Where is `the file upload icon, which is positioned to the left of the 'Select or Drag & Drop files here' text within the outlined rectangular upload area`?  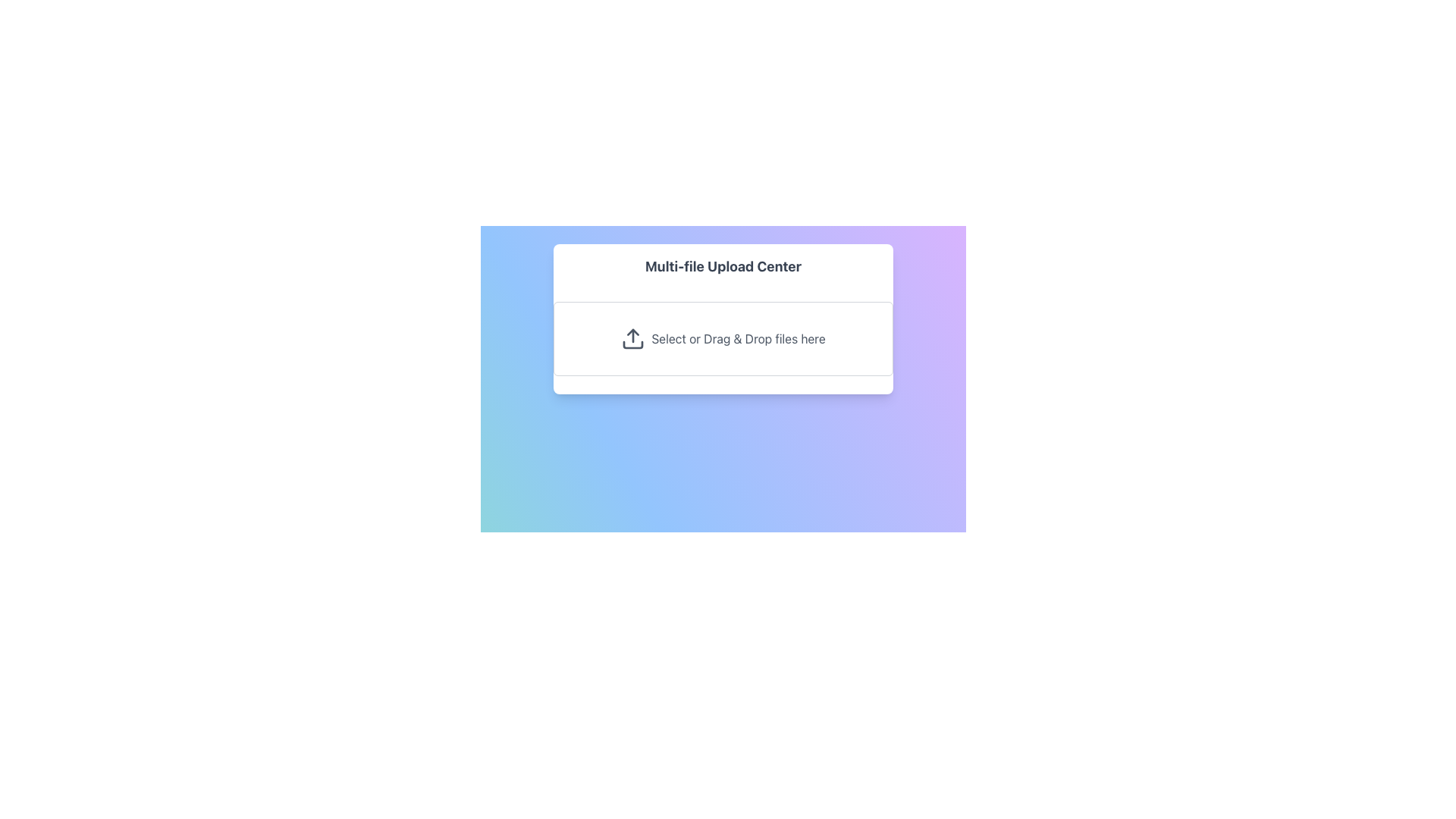
the file upload icon, which is positioned to the left of the 'Select or Drag & Drop files here' text within the outlined rectangular upload area is located at coordinates (633, 338).